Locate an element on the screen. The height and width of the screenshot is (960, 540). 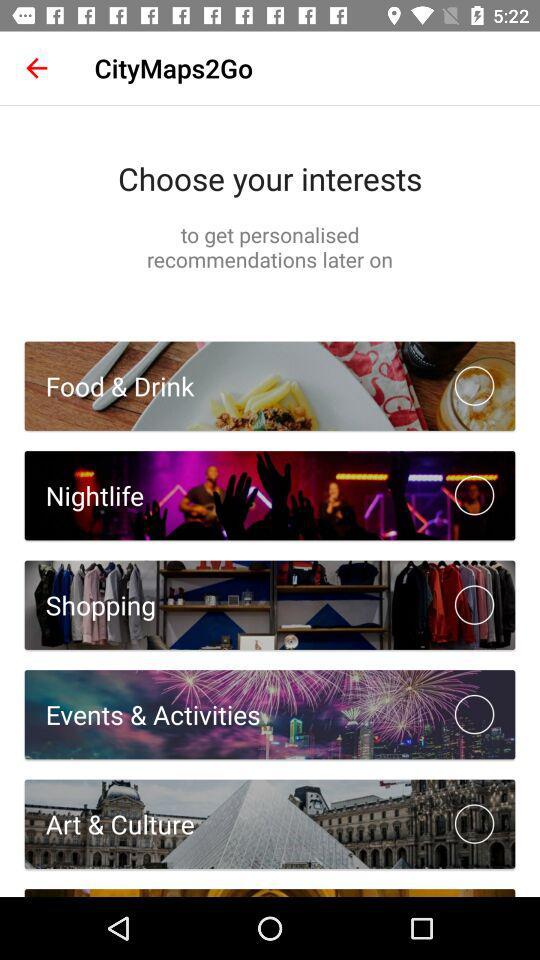
item below choose your interests is located at coordinates (270, 246).